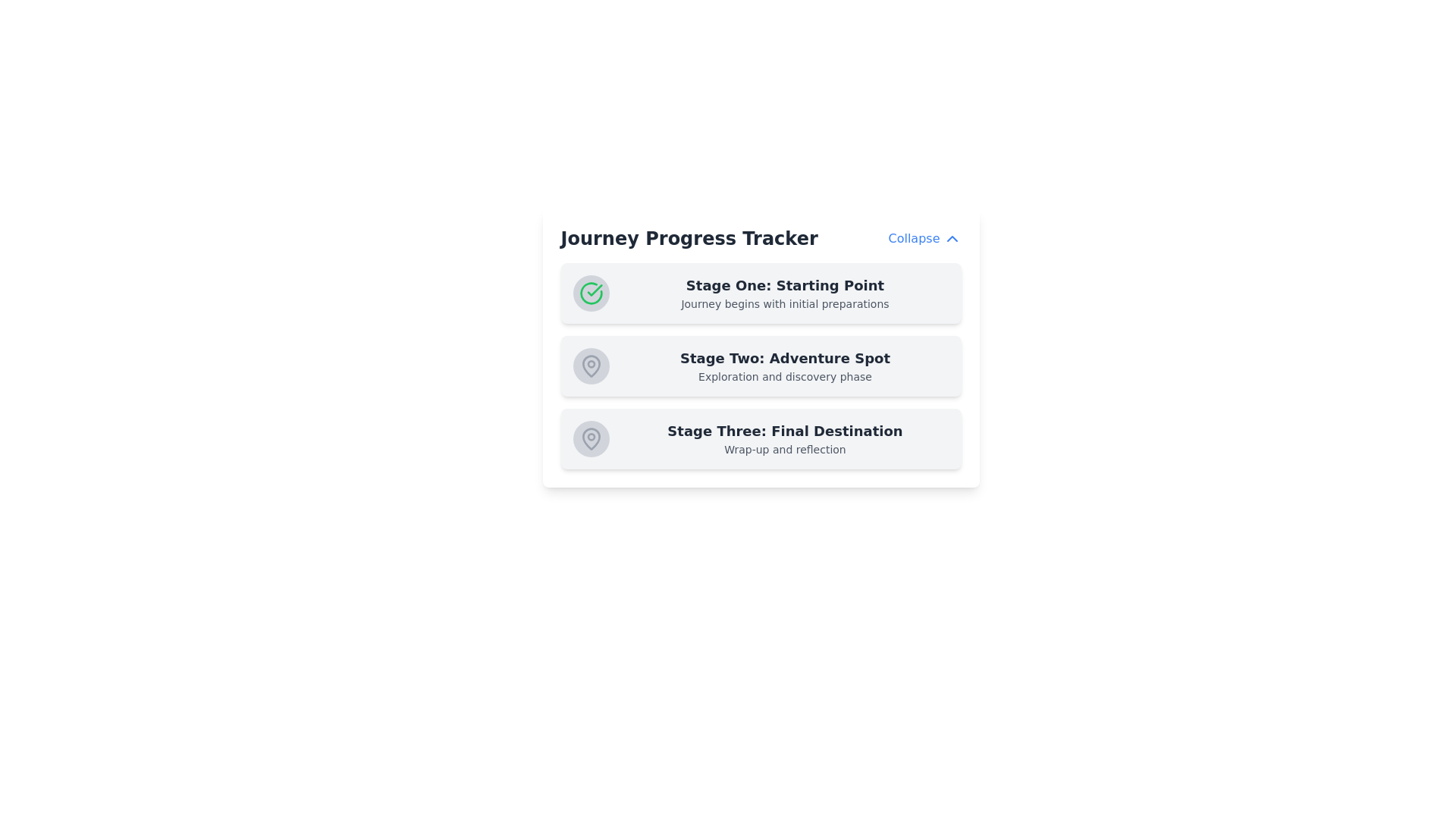 Image resolution: width=1456 pixels, height=819 pixels. What do you see at coordinates (951, 239) in the screenshot?
I see `the chevron icon located at the top-right corner of the interface` at bounding box center [951, 239].